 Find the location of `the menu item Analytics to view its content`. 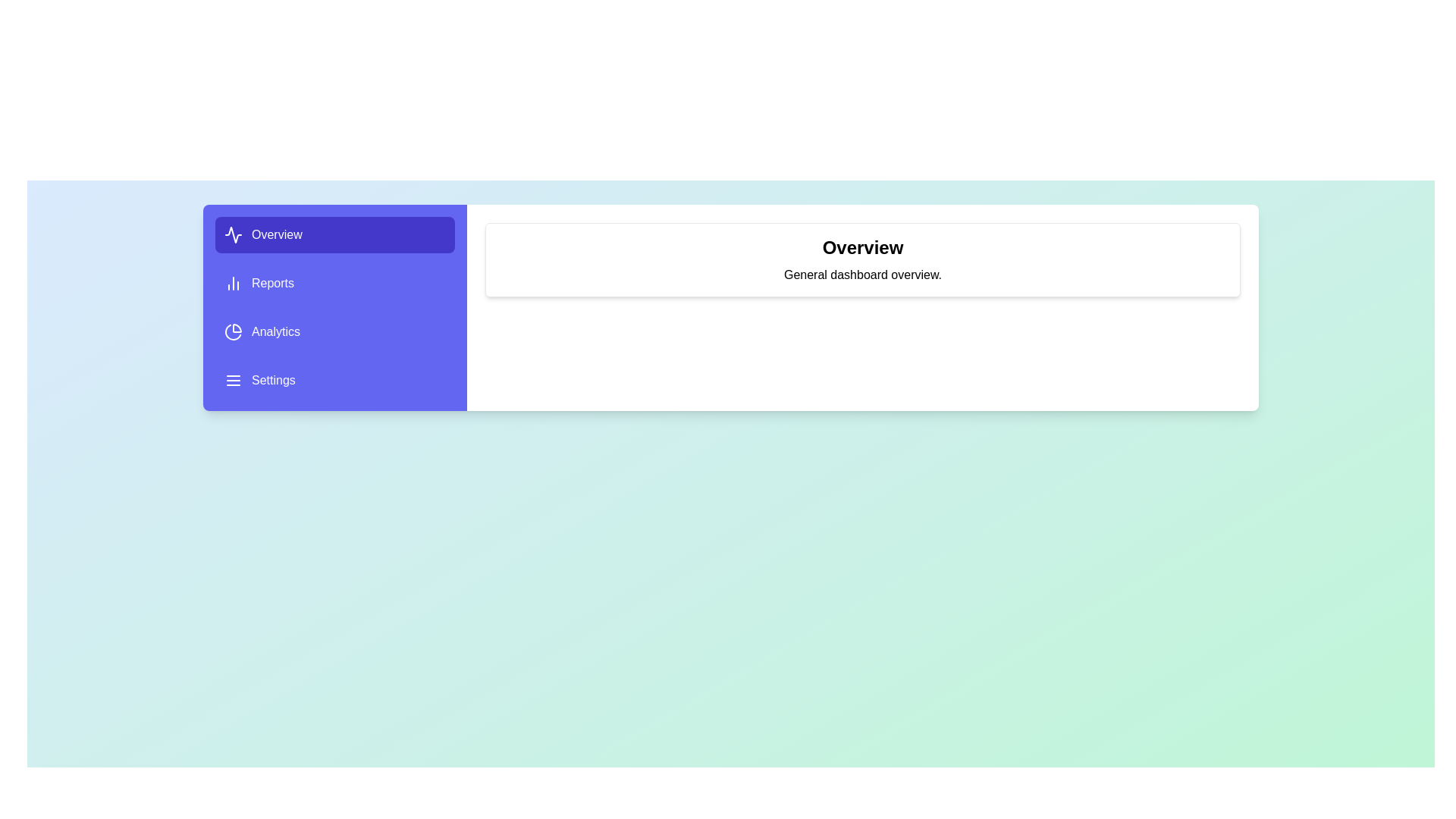

the menu item Analytics to view its content is located at coordinates (334, 331).